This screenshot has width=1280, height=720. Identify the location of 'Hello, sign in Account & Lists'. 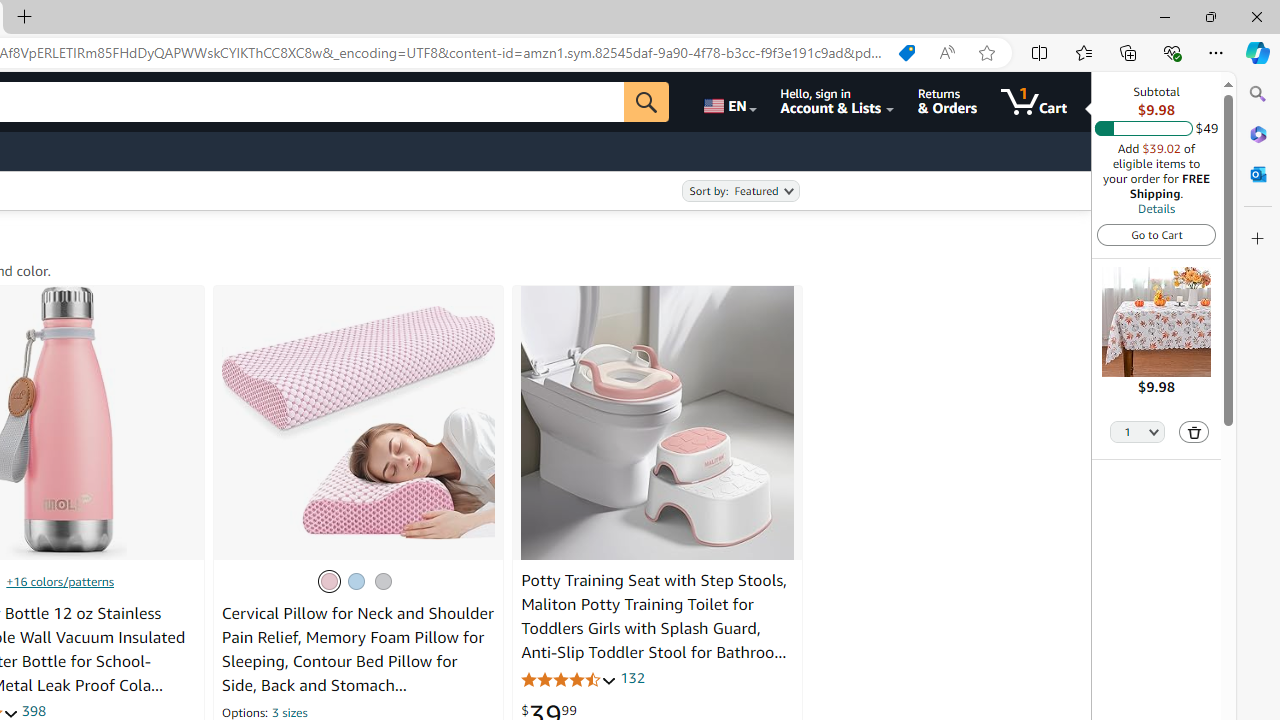
(837, 101).